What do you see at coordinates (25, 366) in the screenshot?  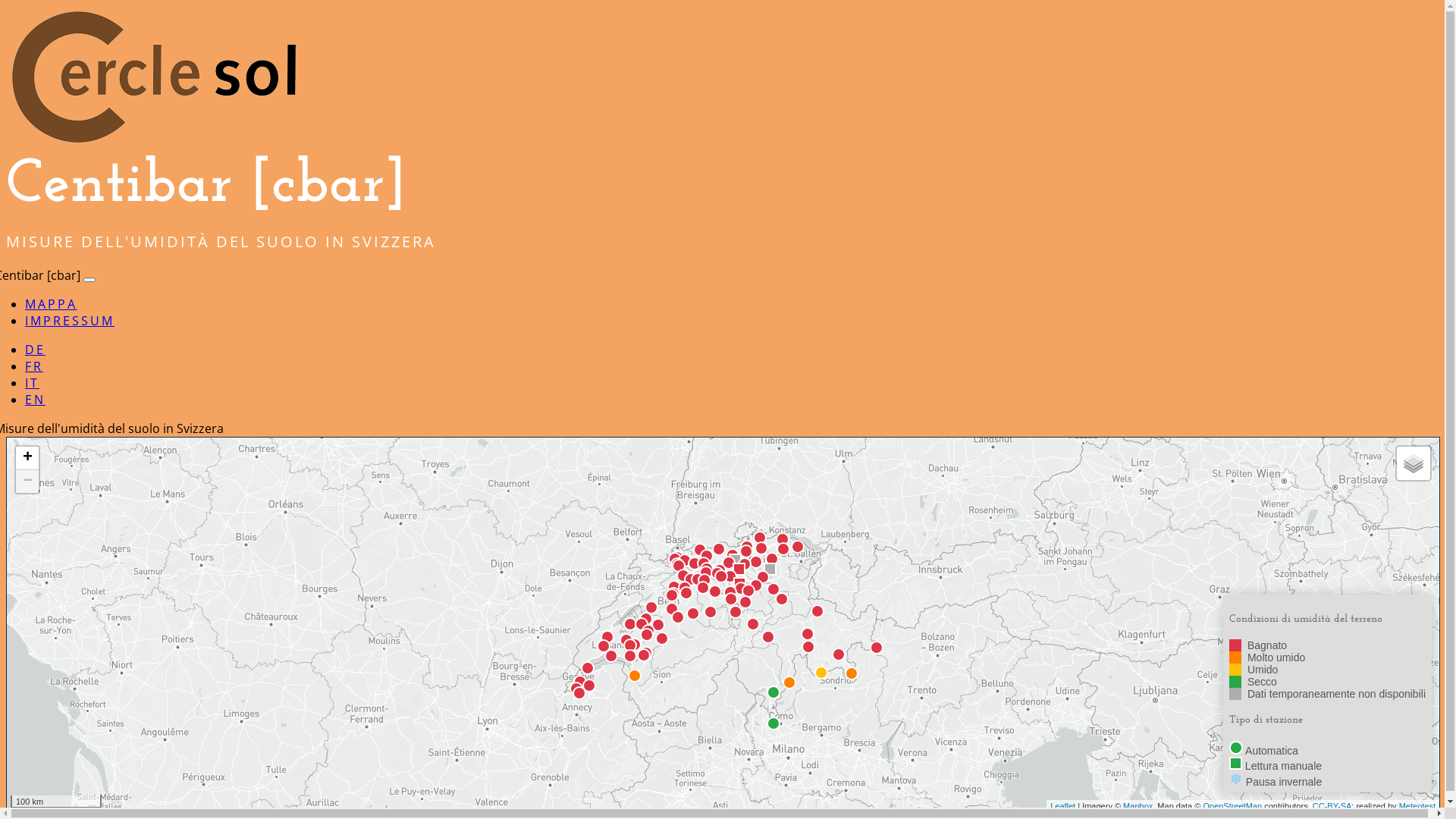 I see `'FR'` at bounding box center [25, 366].